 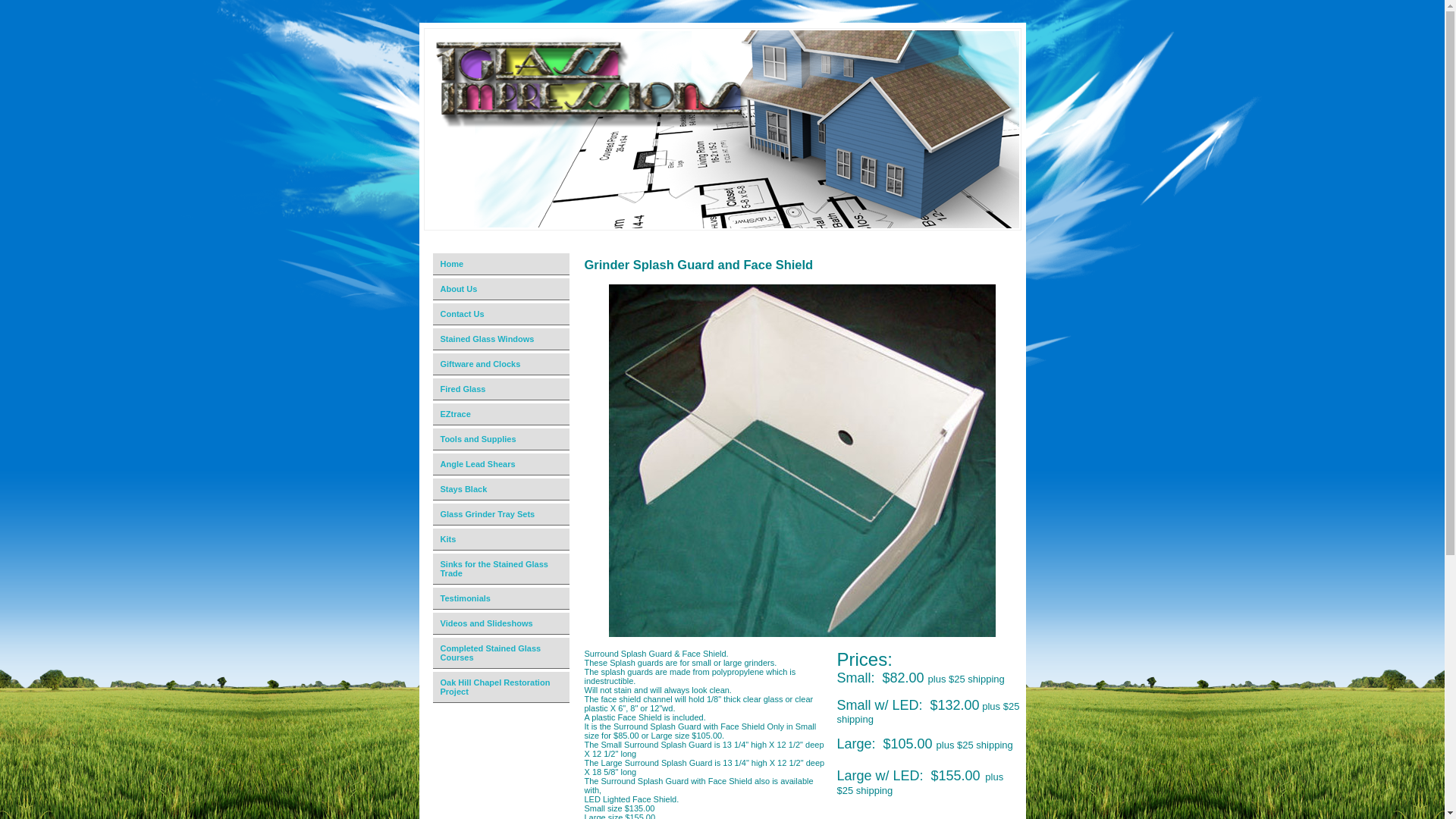 What do you see at coordinates (425, 313) in the screenshot?
I see `'Contact Us'` at bounding box center [425, 313].